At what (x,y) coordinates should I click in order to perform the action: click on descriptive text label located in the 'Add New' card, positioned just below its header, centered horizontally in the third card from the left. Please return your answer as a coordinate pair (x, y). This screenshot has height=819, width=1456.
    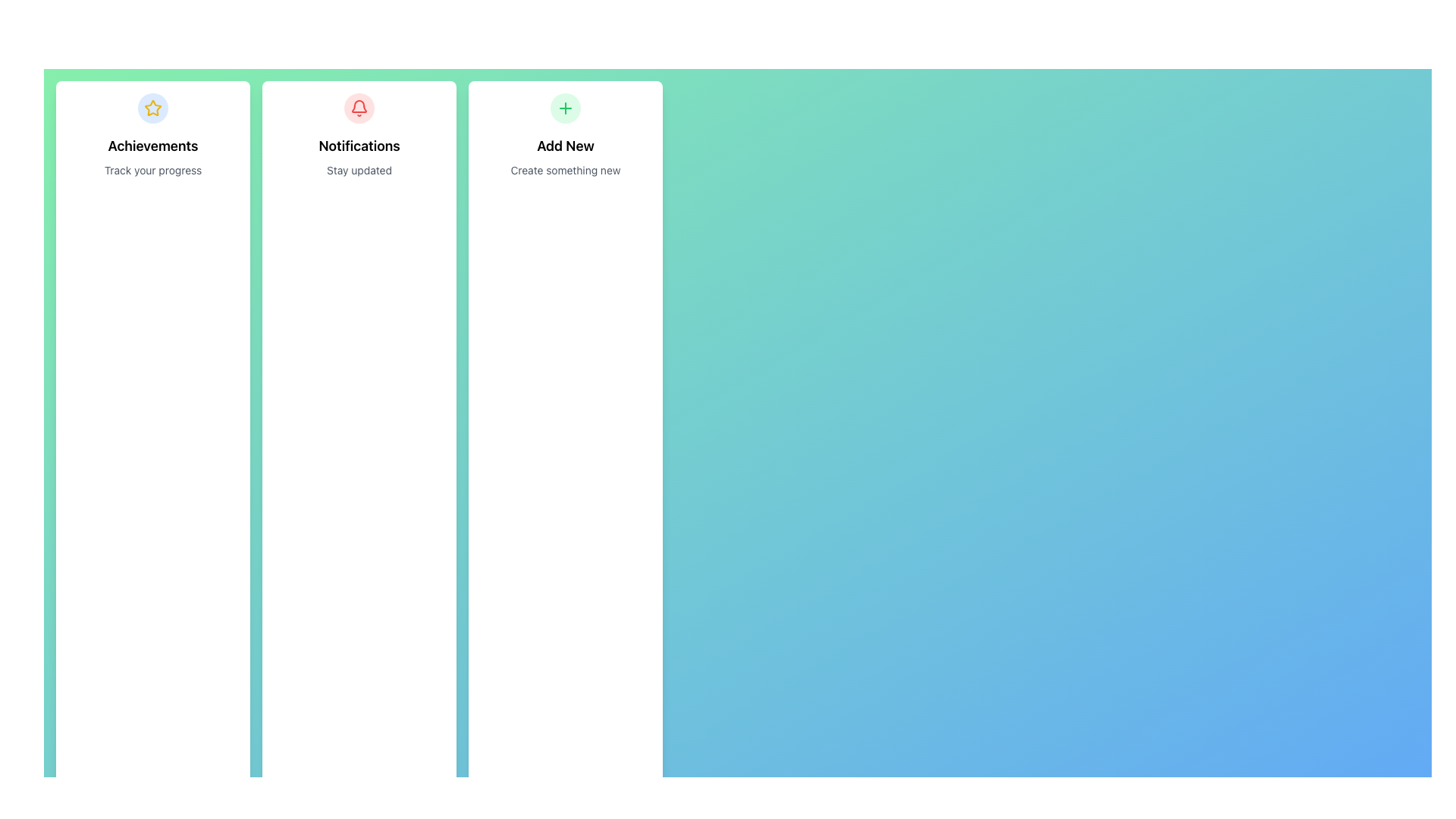
    Looking at the image, I should click on (564, 170).